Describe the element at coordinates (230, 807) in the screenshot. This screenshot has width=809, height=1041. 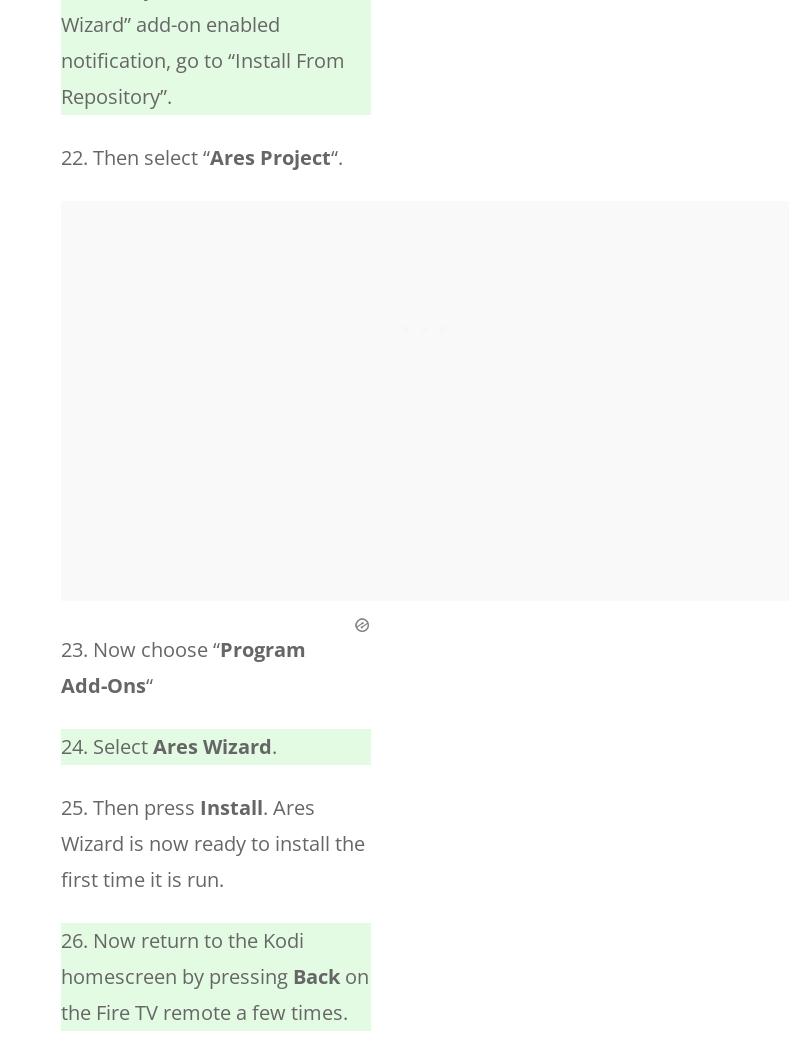
I see `'Install'` at that location.